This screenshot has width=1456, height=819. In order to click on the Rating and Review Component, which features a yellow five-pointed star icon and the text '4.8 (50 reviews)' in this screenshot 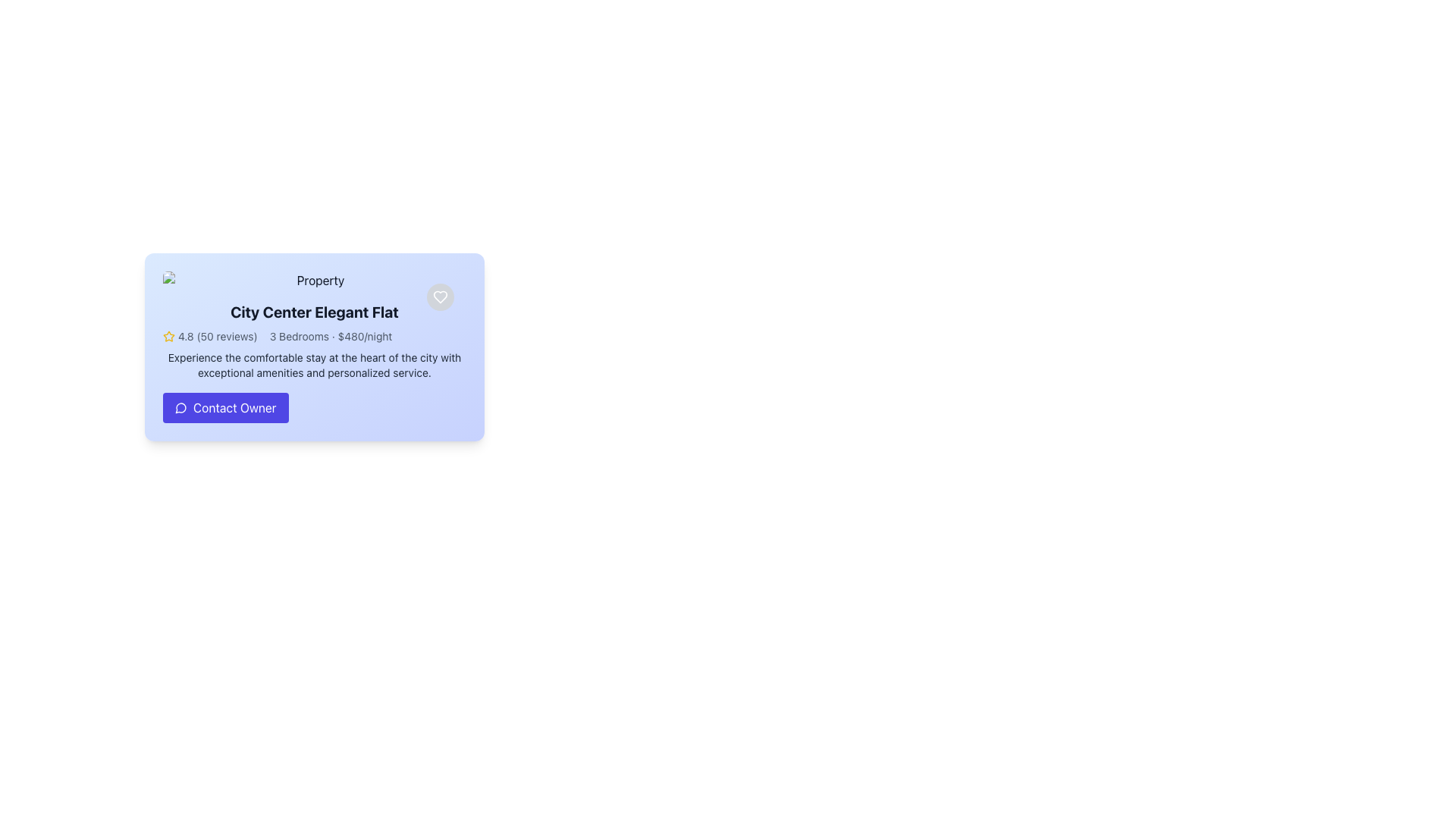, I will do `click(209, 335)`.